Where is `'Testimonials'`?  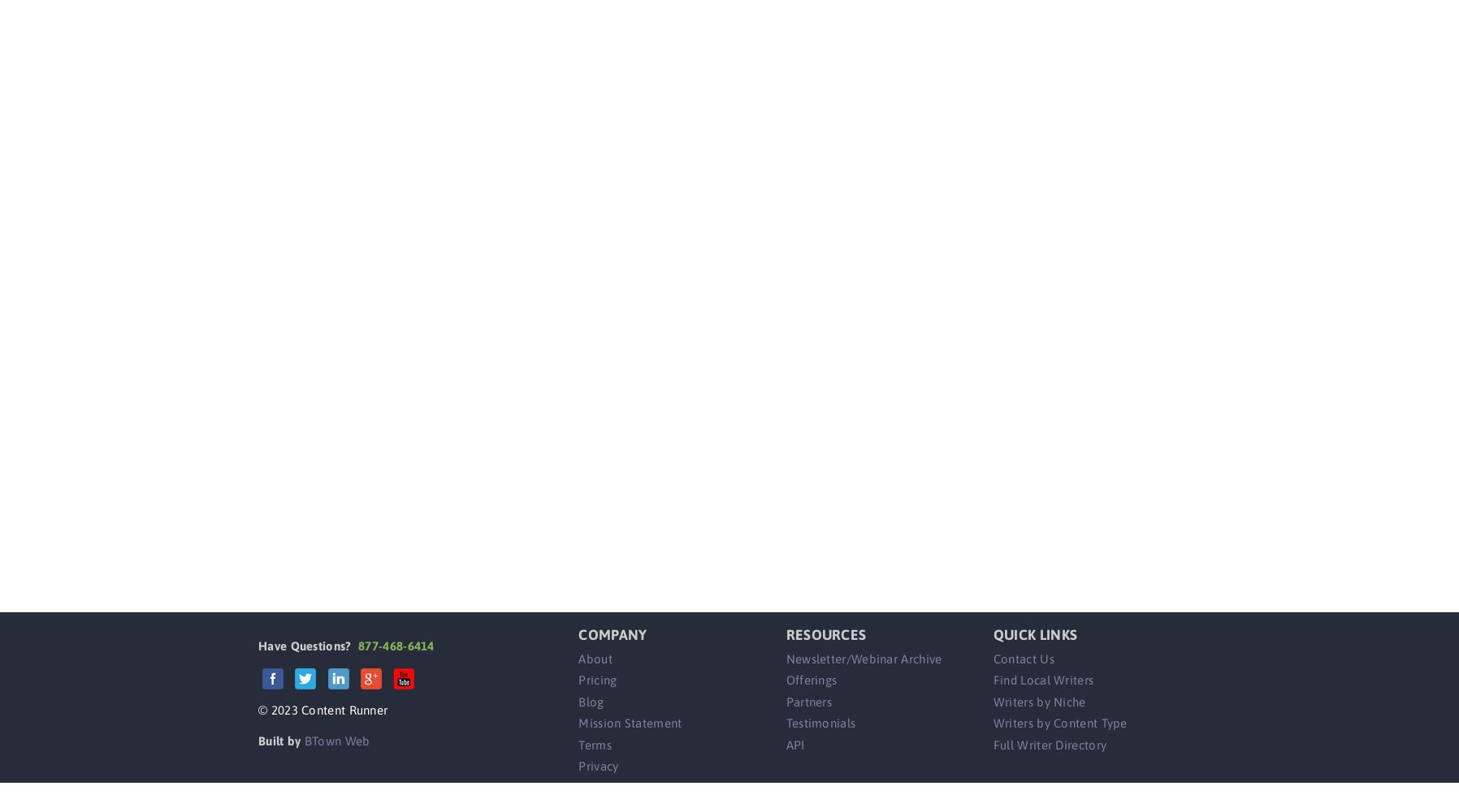 'Testimonials' is located at coordinates (820, 723).